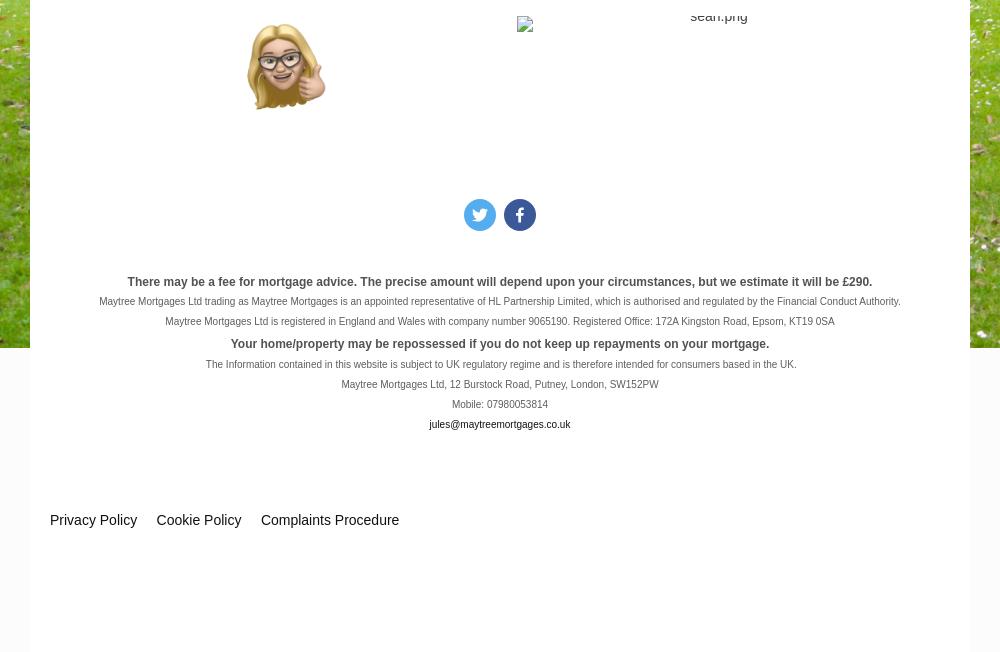  Describe the element at coordinates (498, 423) in the screenshot. I see `'jules@maytreemortgages.co.uk'` at that location.